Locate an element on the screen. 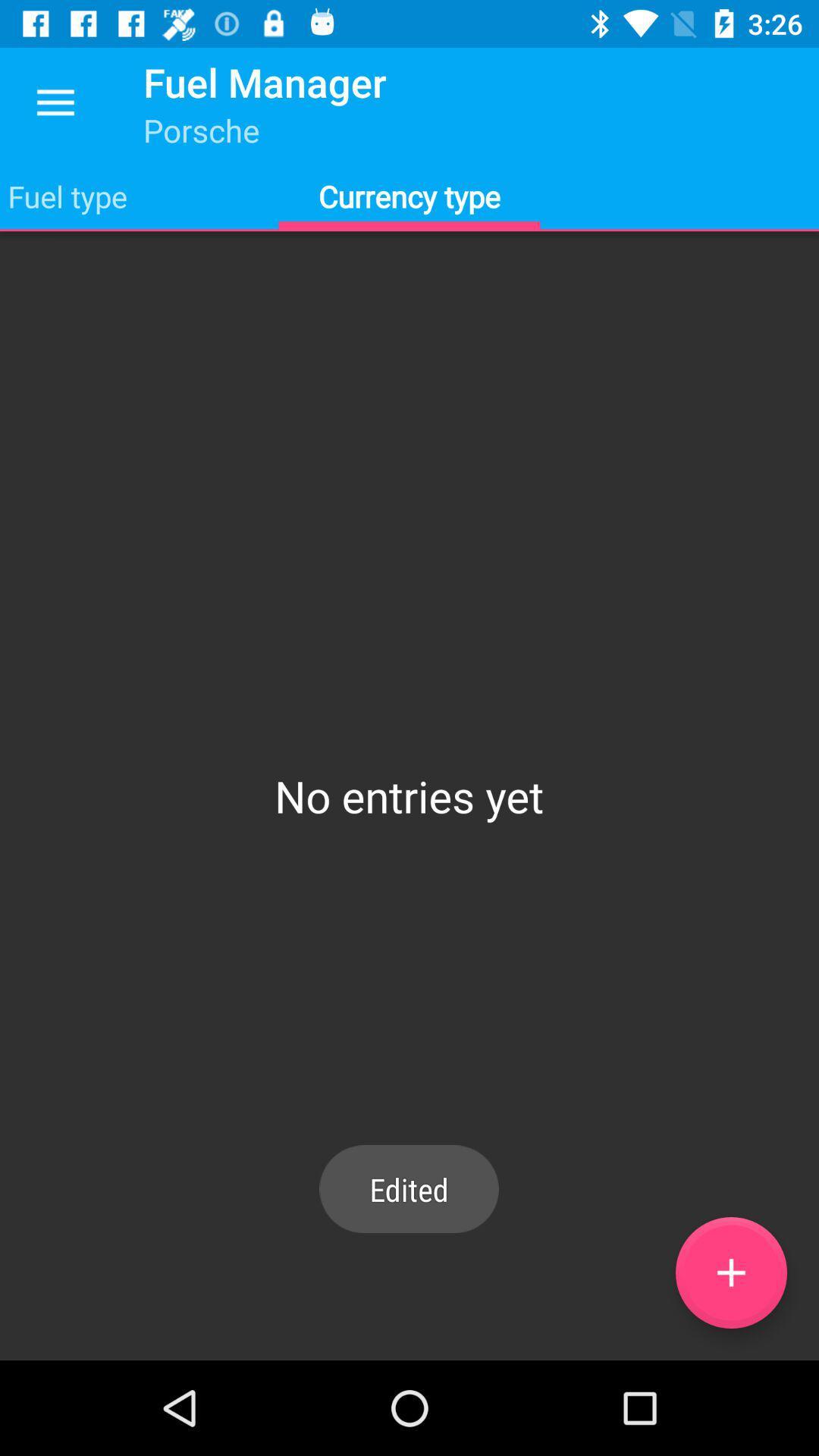  the add icon is located at coordinates (730, 1272).